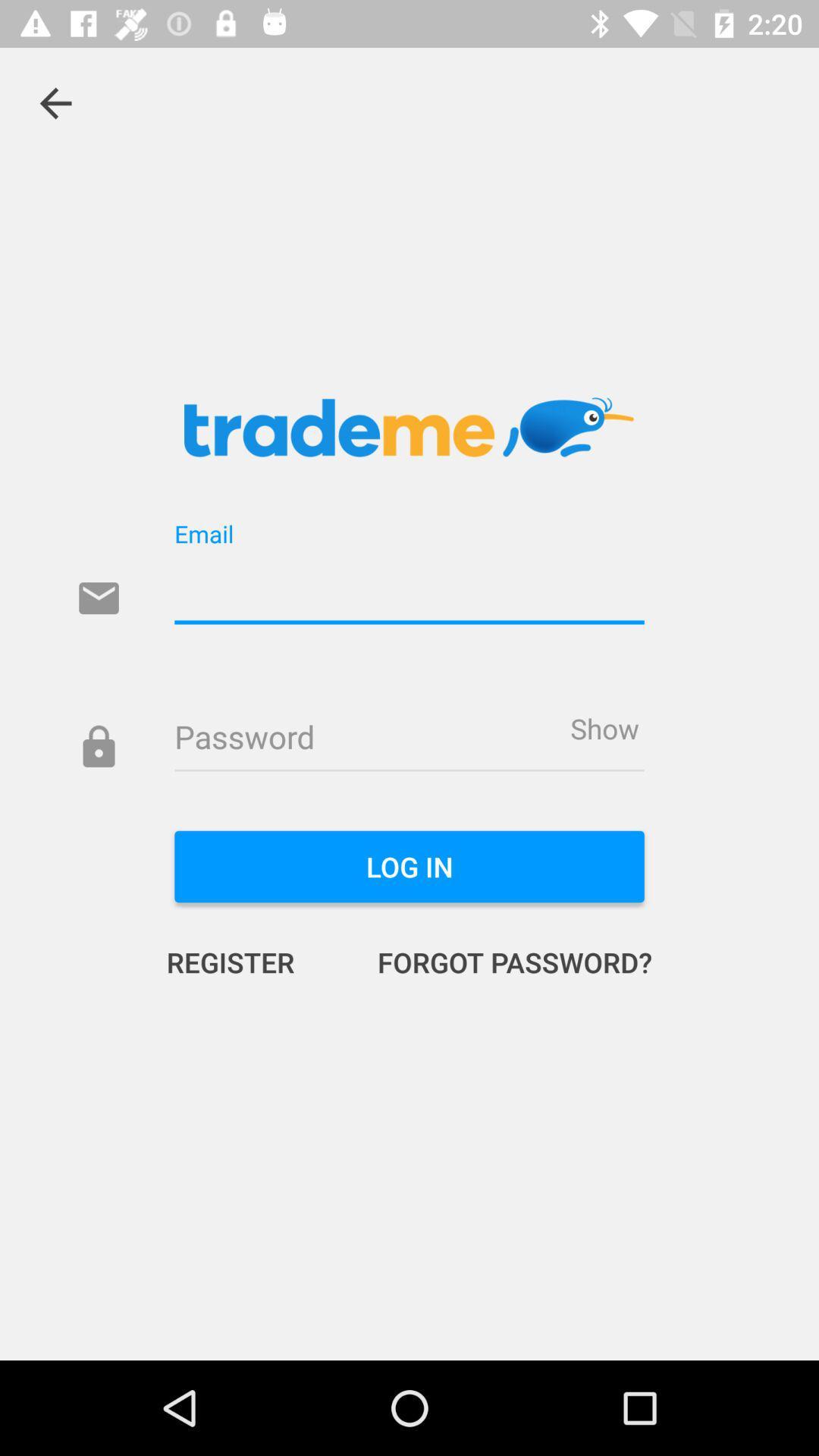  Describe the element at coordinates (499, 961) in the screenshot. I see `forgot password? icon` at that location.